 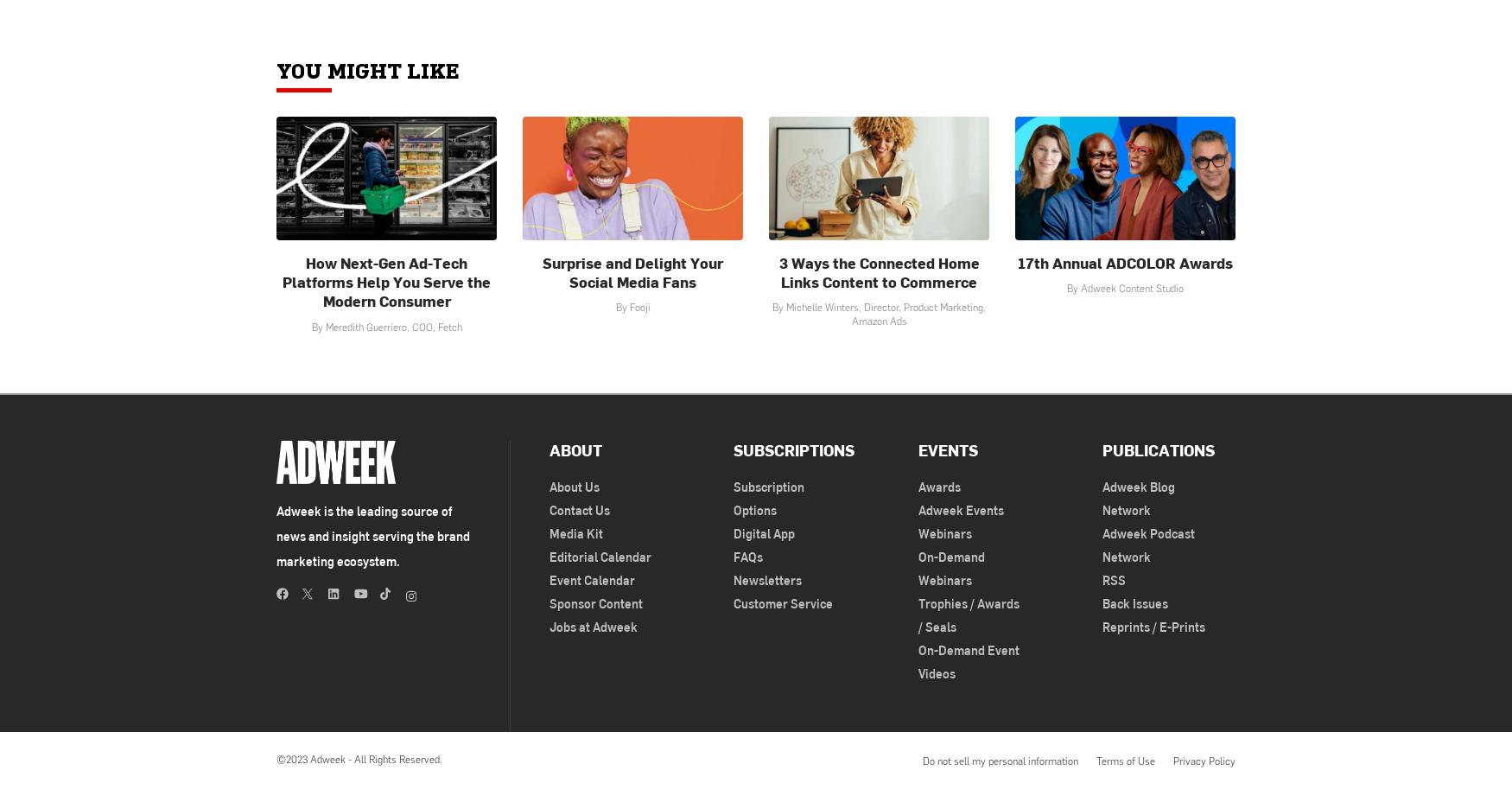 I want to click on 'Contact Us', so click(x=578, y=508).